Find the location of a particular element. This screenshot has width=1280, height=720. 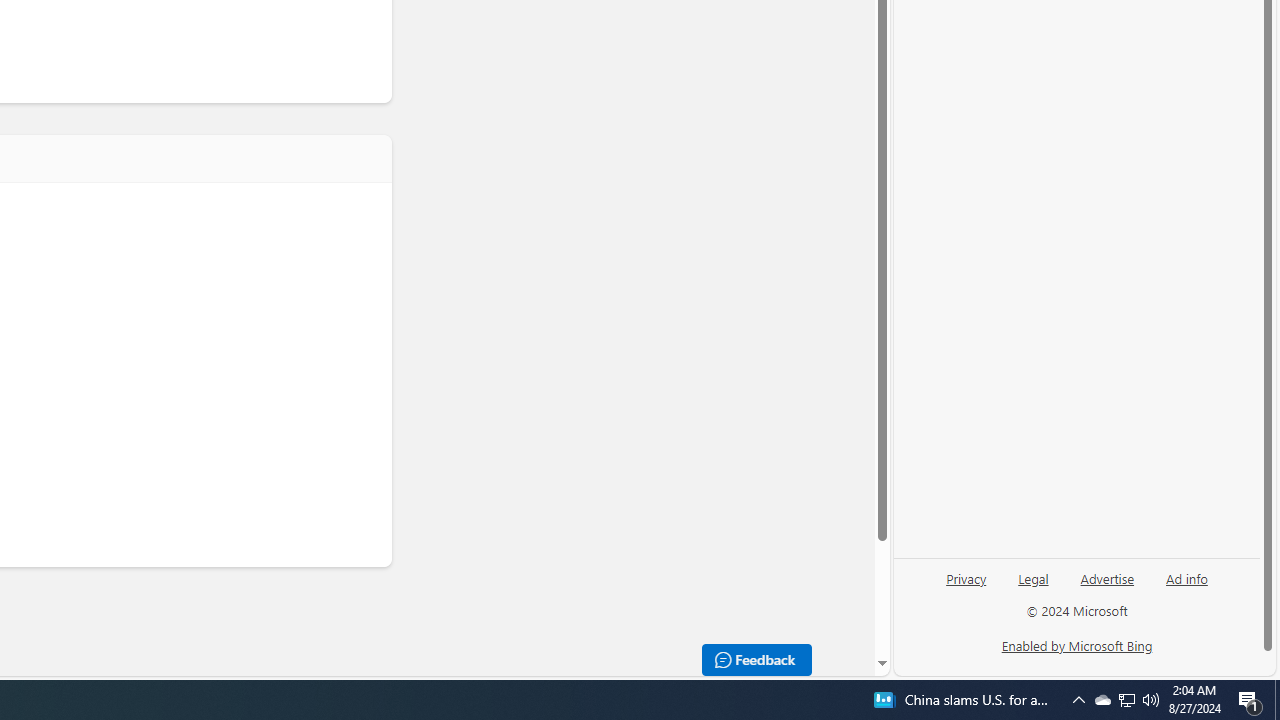

'Legal' is located at coordinates (1033, 585).